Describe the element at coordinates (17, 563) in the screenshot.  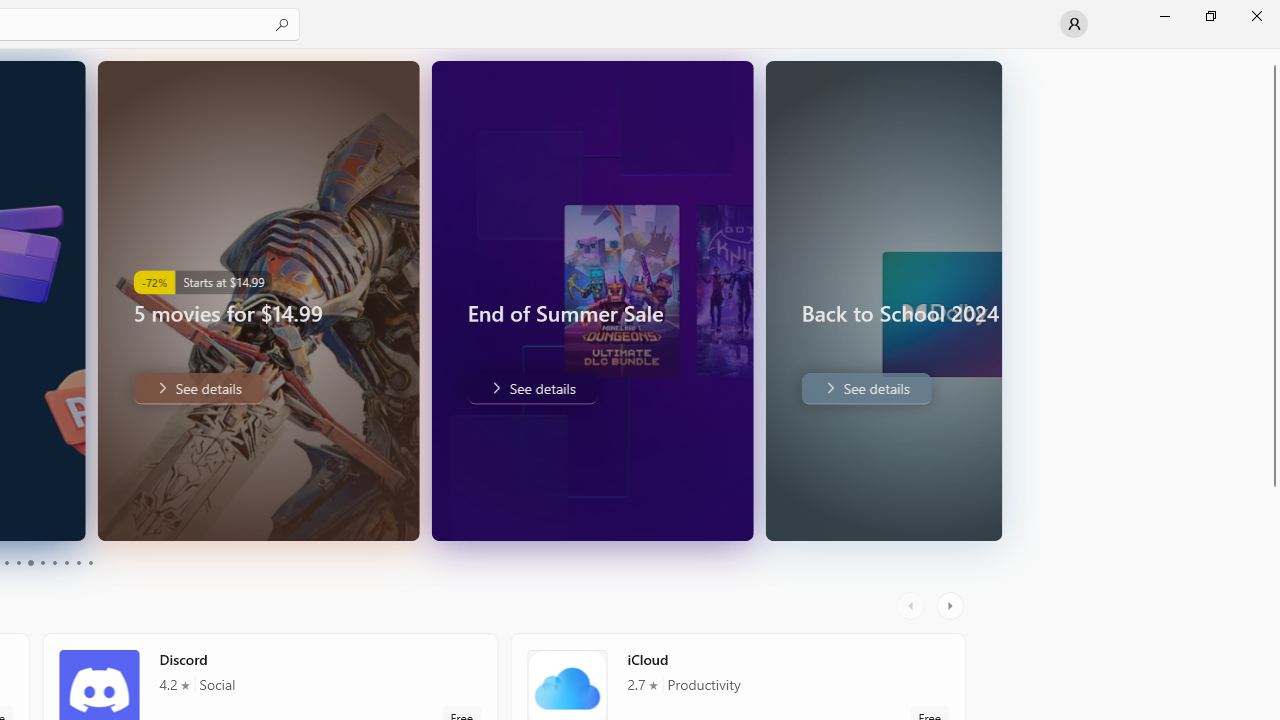
I see `'Page 4'` at that location.